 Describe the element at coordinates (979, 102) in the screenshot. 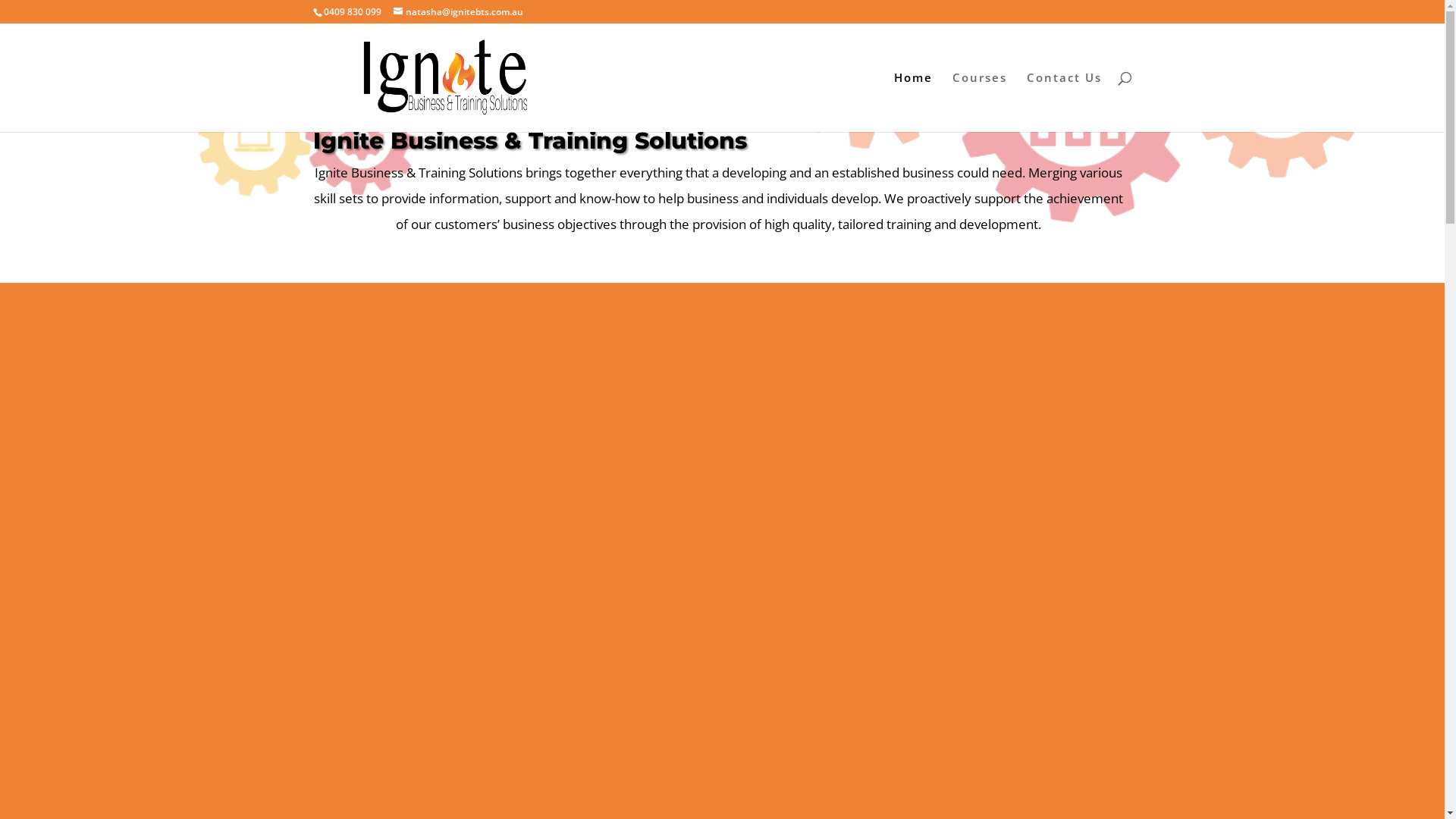

I see `'Courses'` at that location.